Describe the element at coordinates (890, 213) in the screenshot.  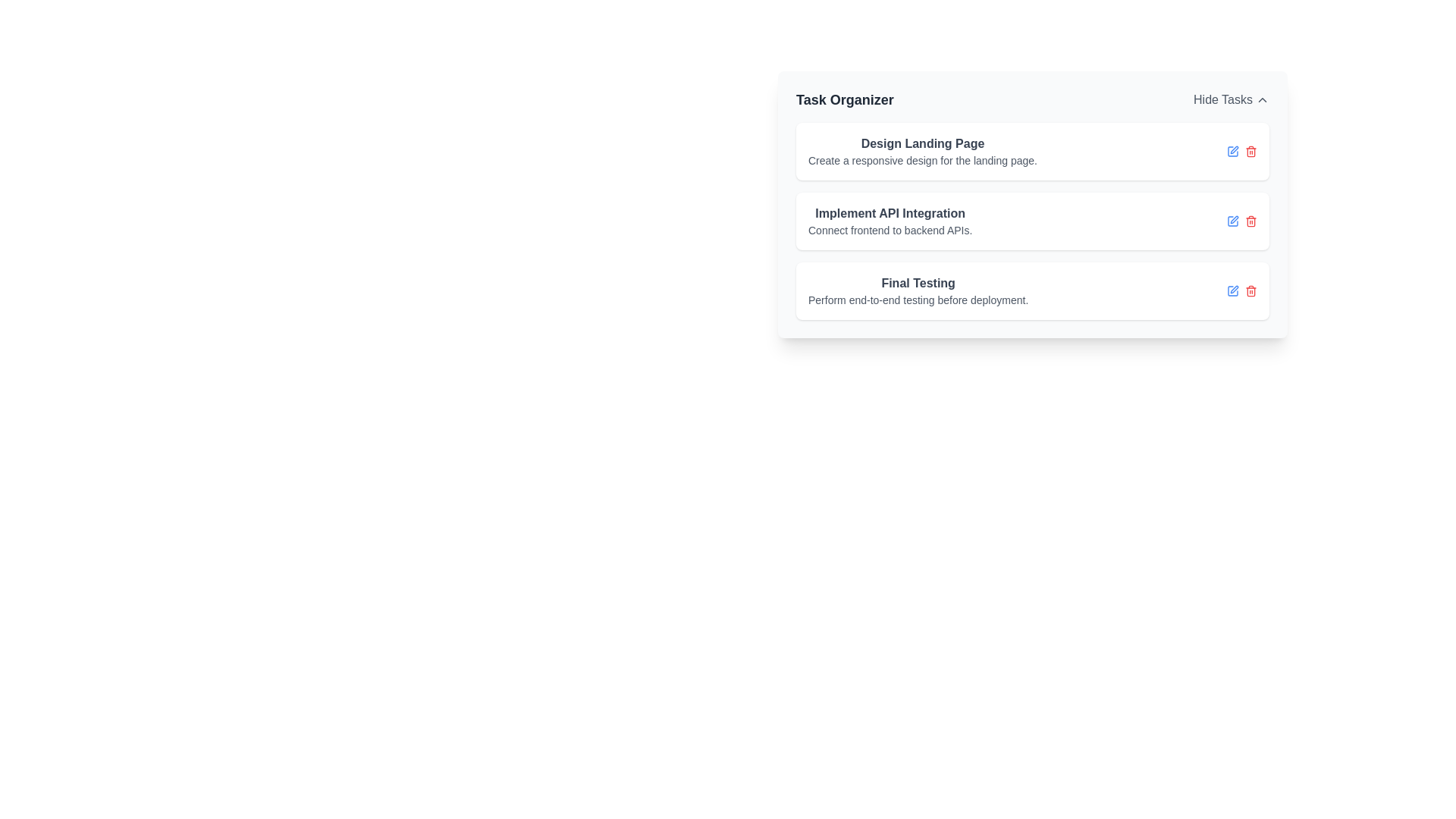
I see `the text 'Implement API Integration' in bold within the 'Task Organizer' panel to enable copying or other actions` at that location.